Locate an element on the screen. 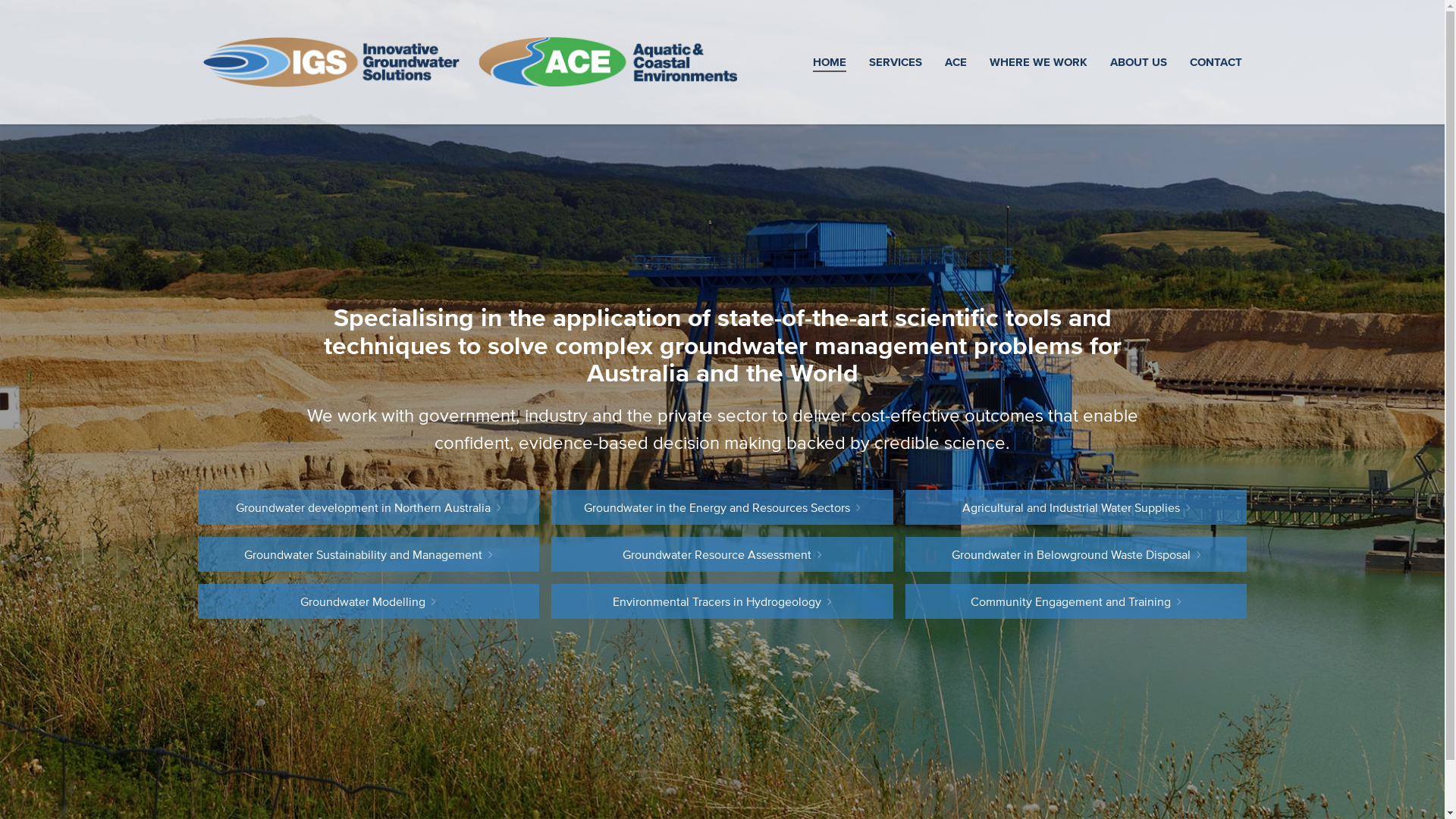 The width and height of the screenshot is (1456, 819). 'HOME' is located at coordinates (828, 61).